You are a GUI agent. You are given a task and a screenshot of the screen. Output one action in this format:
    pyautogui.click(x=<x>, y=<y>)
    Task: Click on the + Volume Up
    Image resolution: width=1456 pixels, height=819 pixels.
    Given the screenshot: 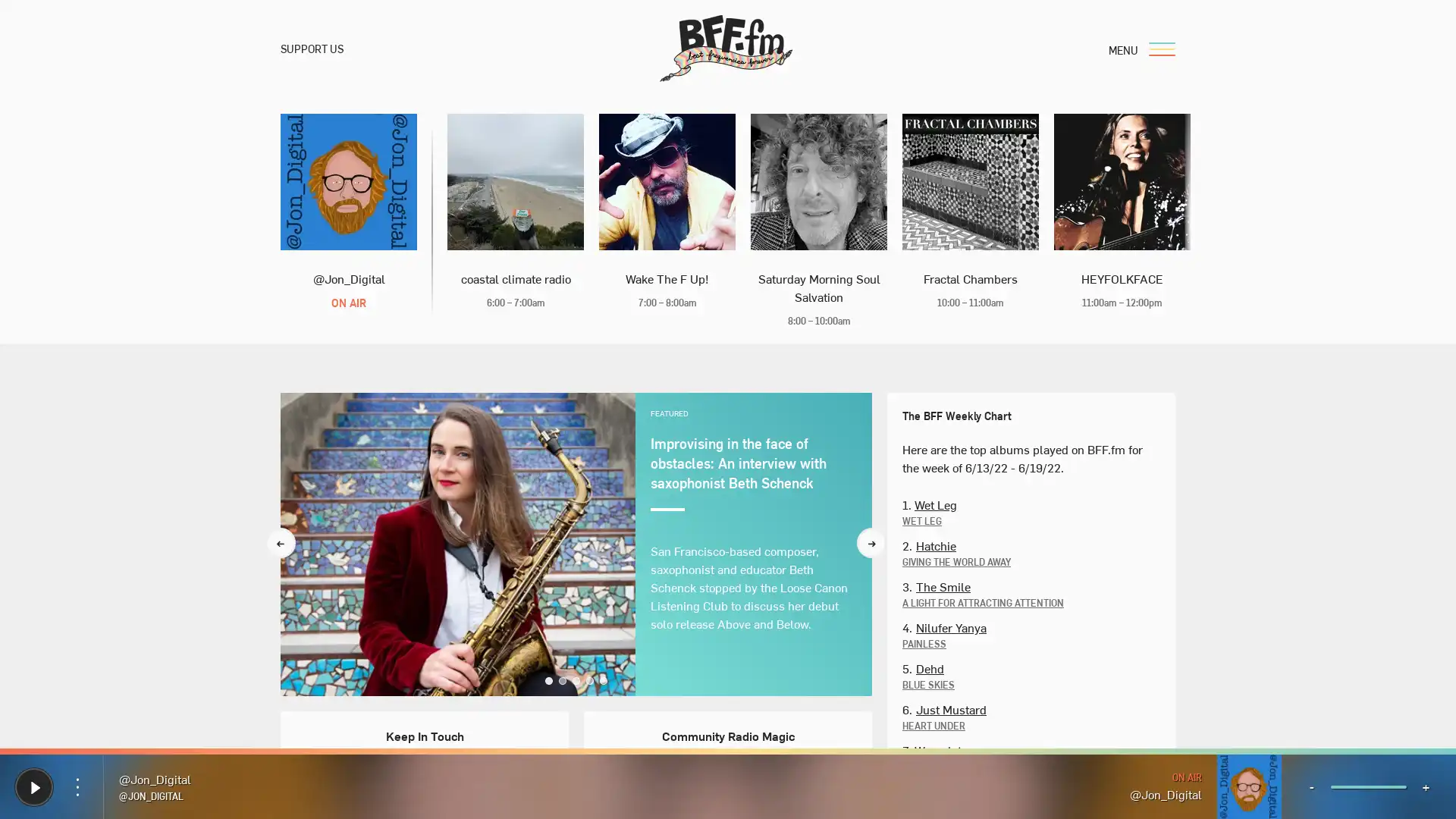 What is the action you would take?
    pyautogui.click(x=1425, y=786)
    